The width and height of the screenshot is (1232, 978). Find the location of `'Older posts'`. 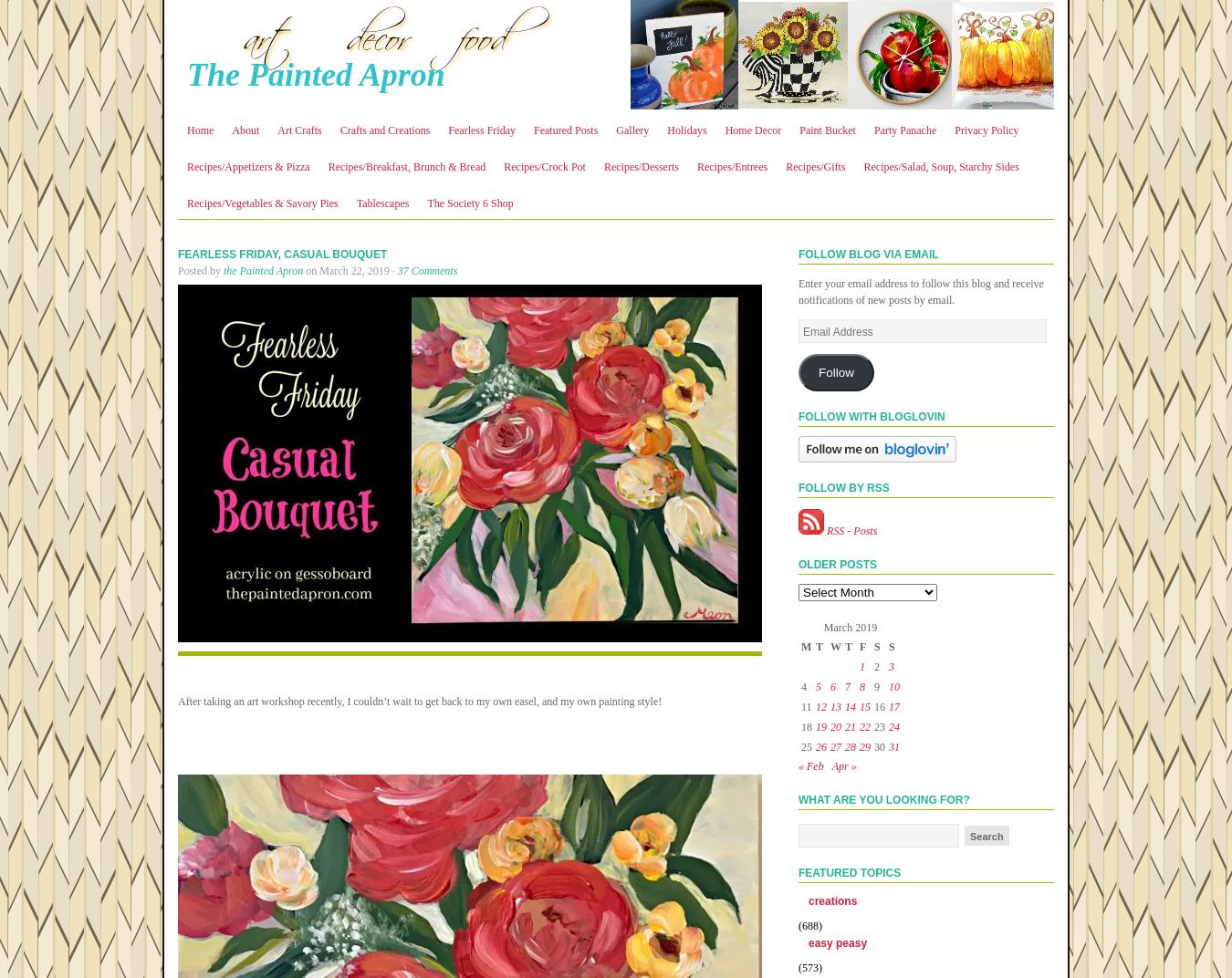

'Older posts' is located at coordinates (837, 564).